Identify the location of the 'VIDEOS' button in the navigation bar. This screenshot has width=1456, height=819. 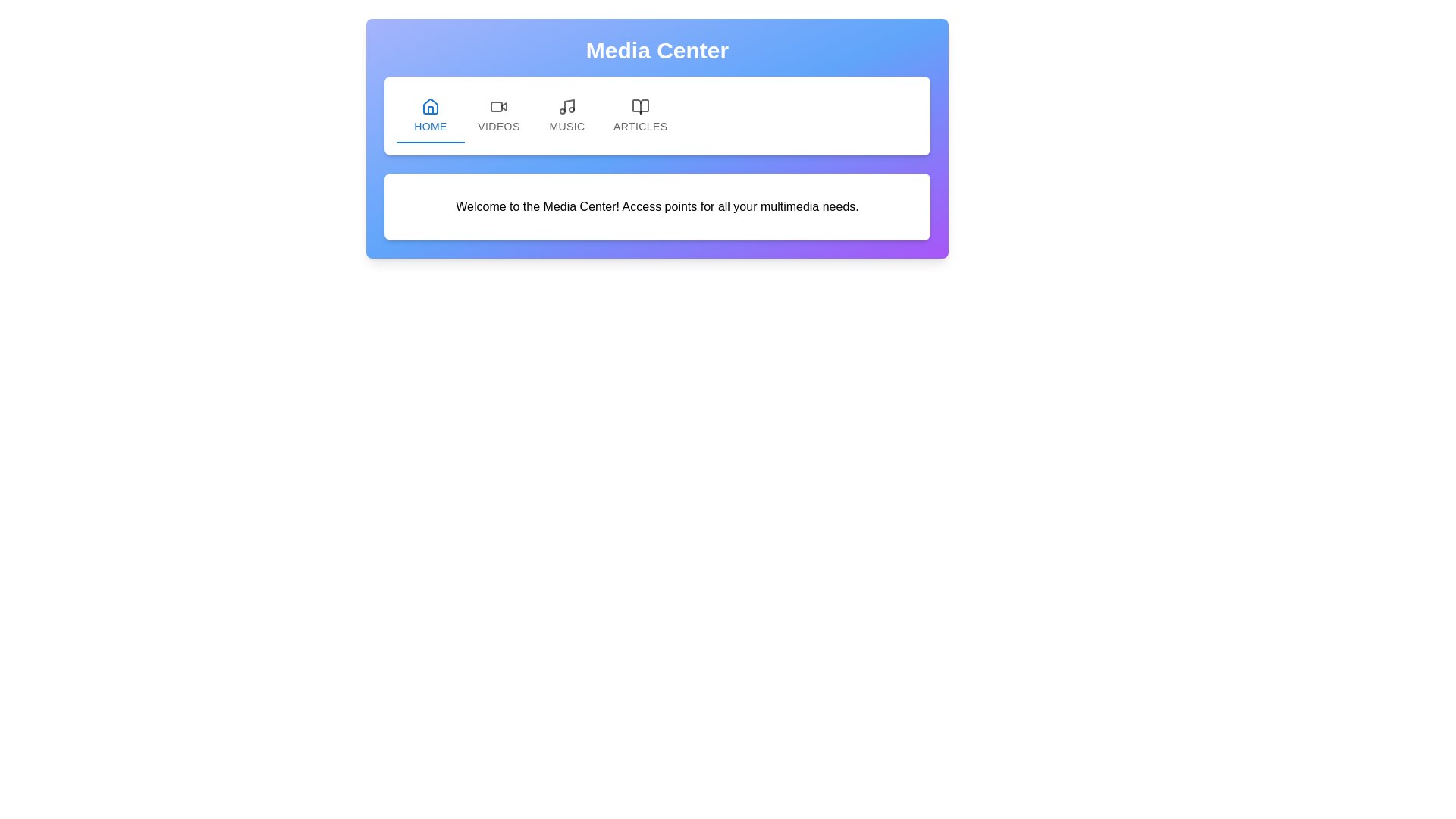
(498, 115).